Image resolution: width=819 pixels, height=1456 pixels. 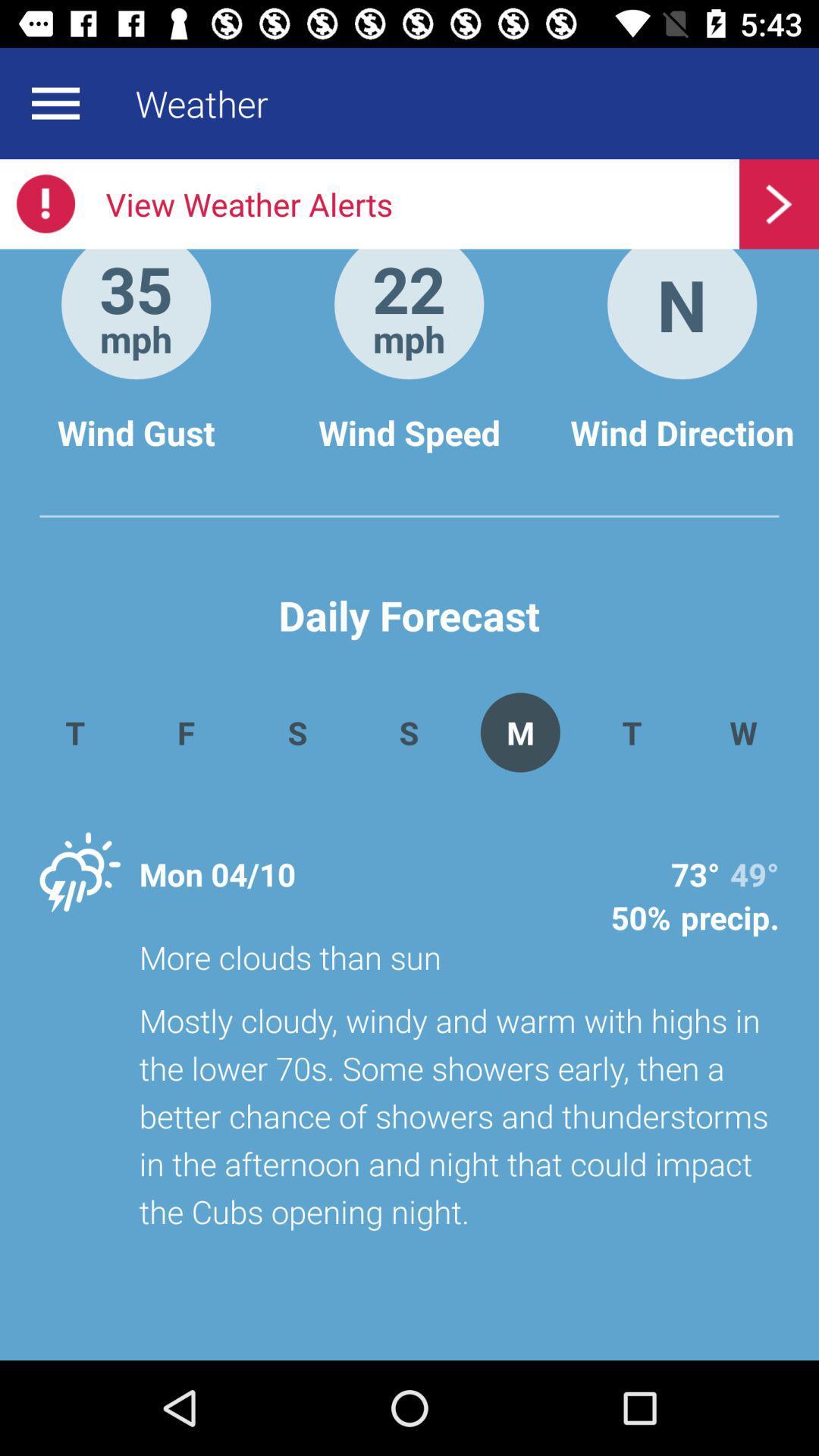 I want to click on the menu icon, so click(x=55, y=102).